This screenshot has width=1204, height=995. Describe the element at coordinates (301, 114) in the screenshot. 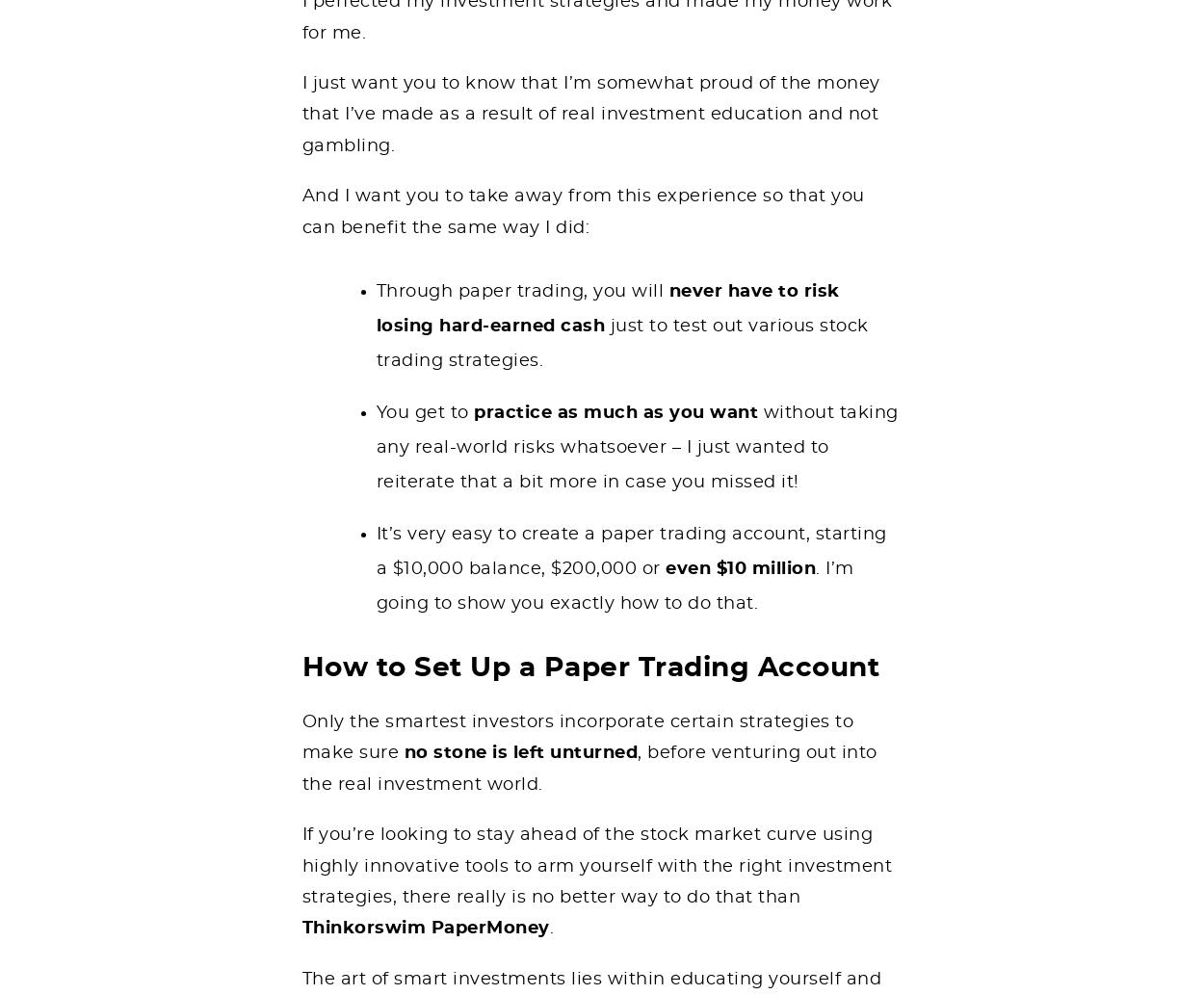

I see `'I just want you to know that I’m somewhat proud of the money that I’ve made as a result of real investment education and not gambling.'` at that location.